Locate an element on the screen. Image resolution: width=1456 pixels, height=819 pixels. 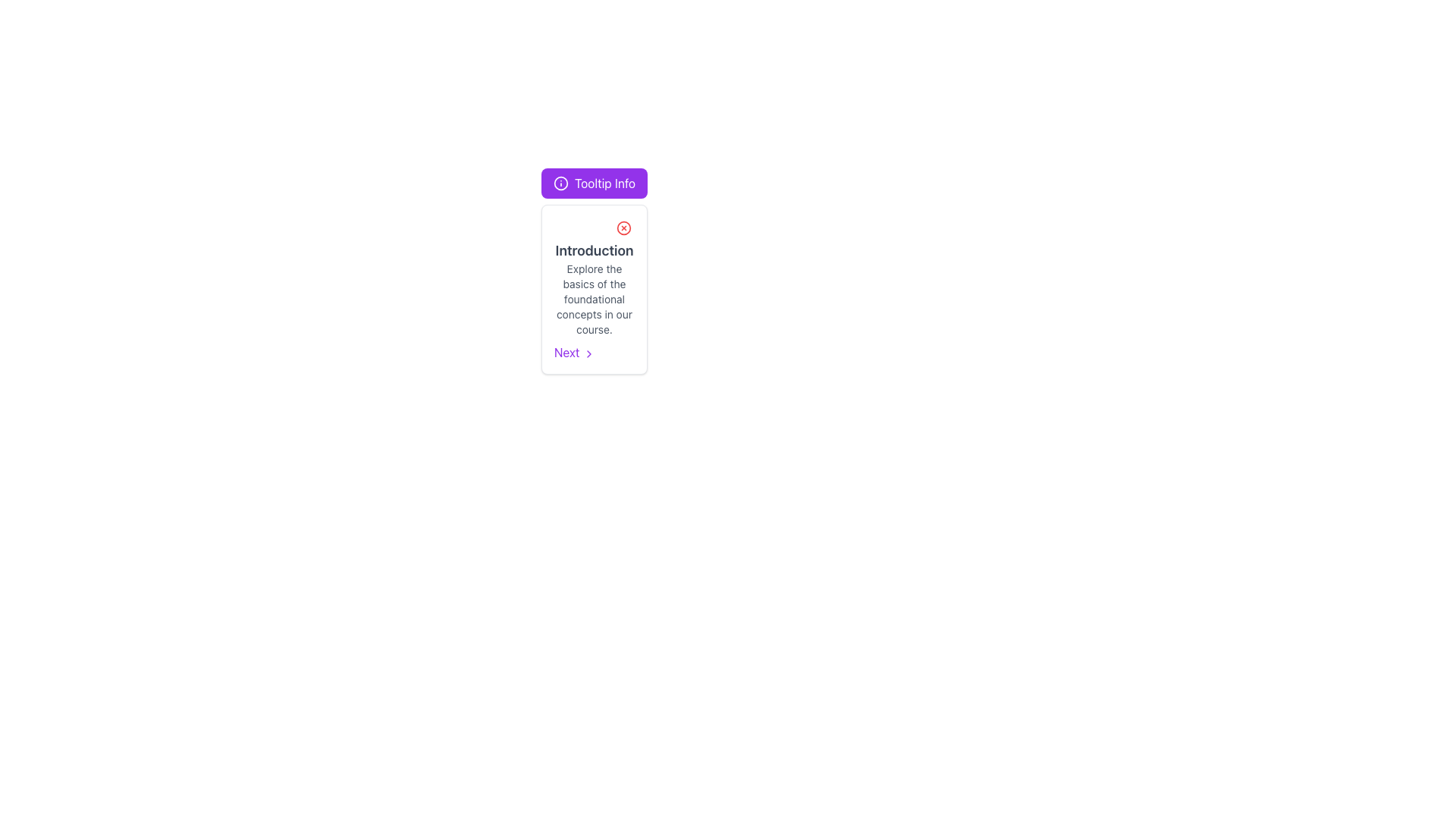
the navigational button located at the bottom of the 'Introduction' card is located at coordinates (573, 353).